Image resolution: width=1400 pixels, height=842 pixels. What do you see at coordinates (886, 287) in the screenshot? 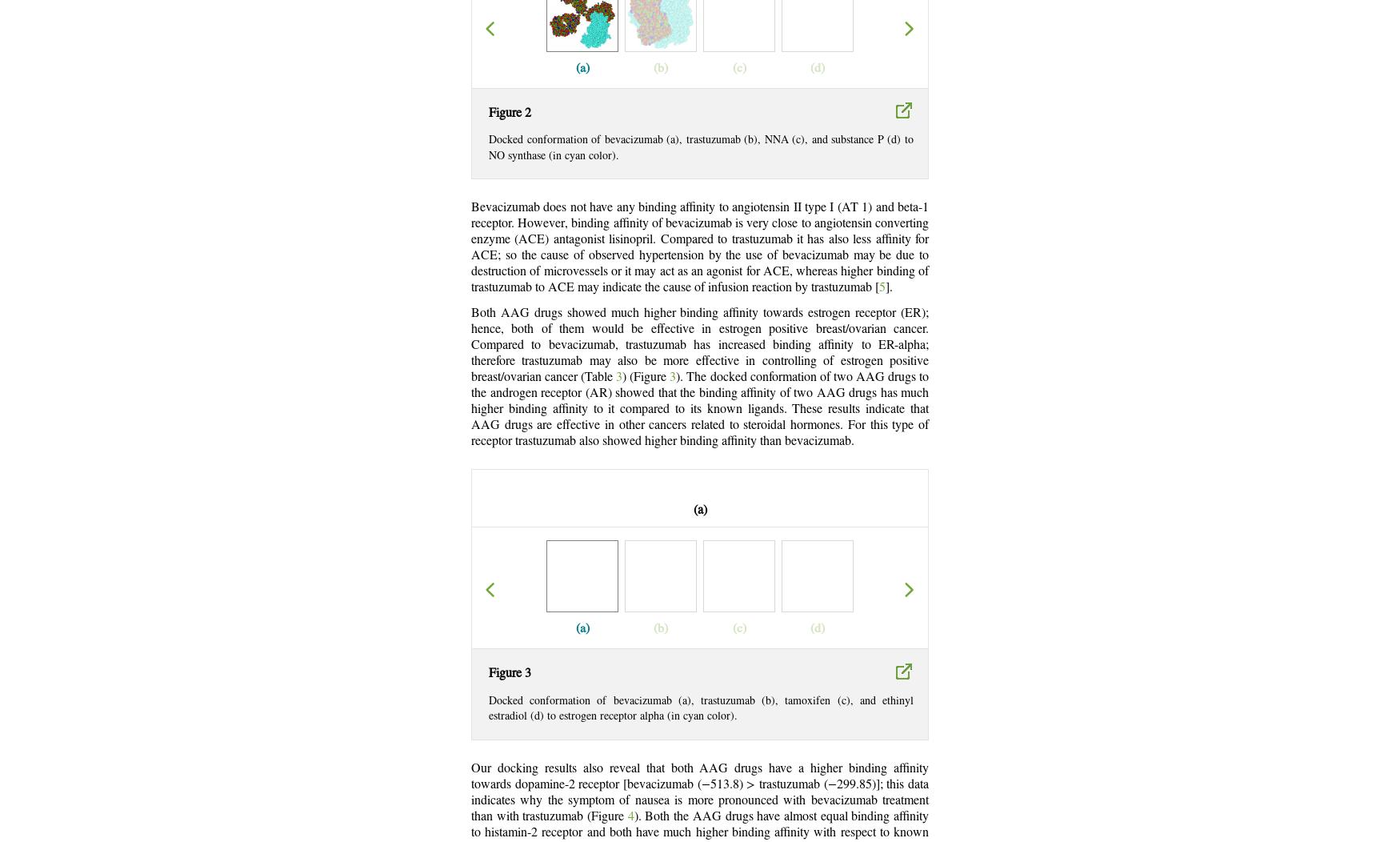
I see `'].'` at bounding box center [886, 287].